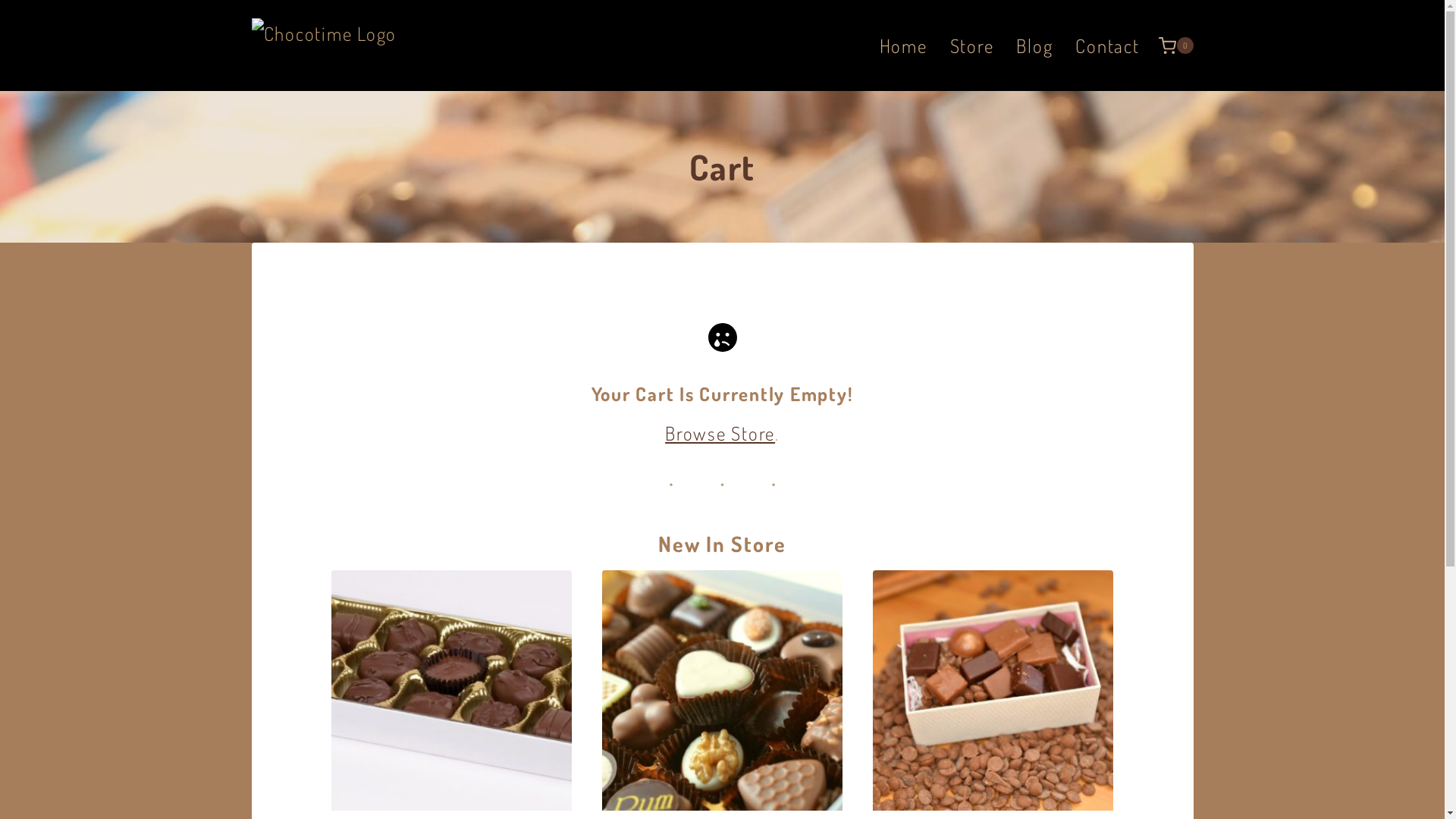 This screenshot has width=1456, height=819. Describe the element at coordinates (665, 432) in the screenshot. I see `'Browse Store'` at that location.